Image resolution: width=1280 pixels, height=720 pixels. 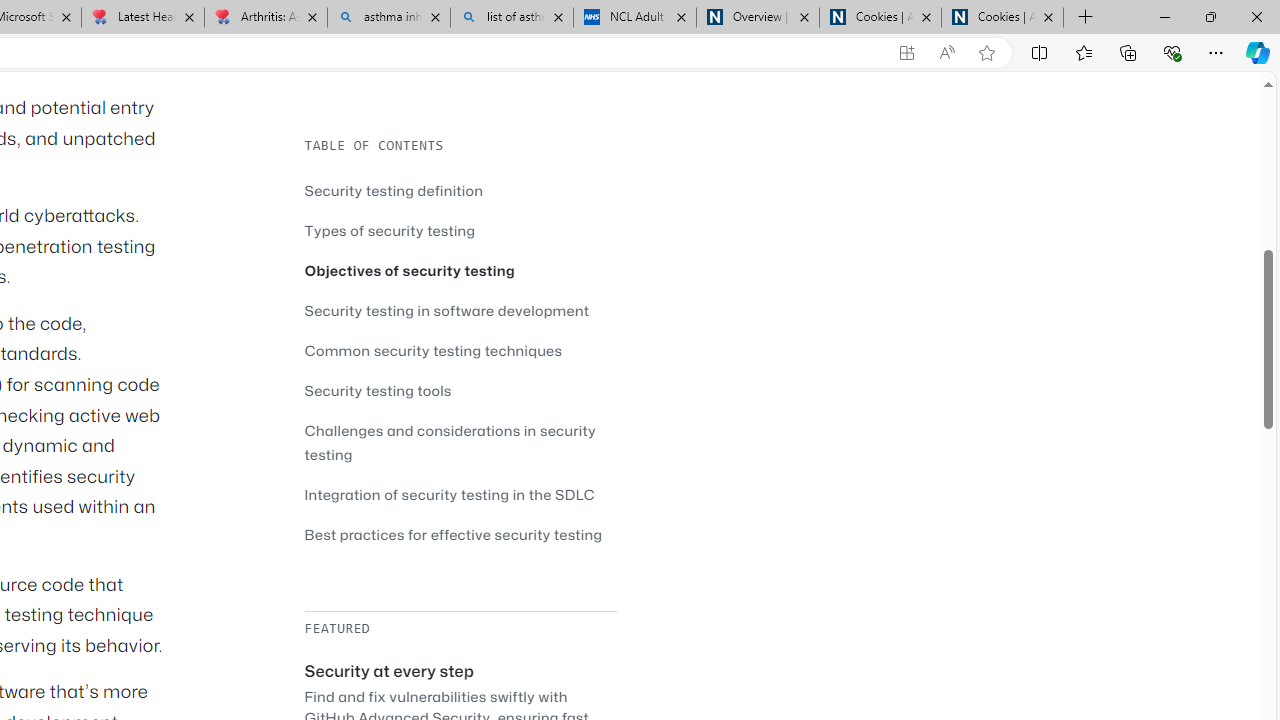 What do you see at coordinates (459, 533) in the screenshot?
I see `'Best practices for effective security testing'` at bounding box center [459, 533].